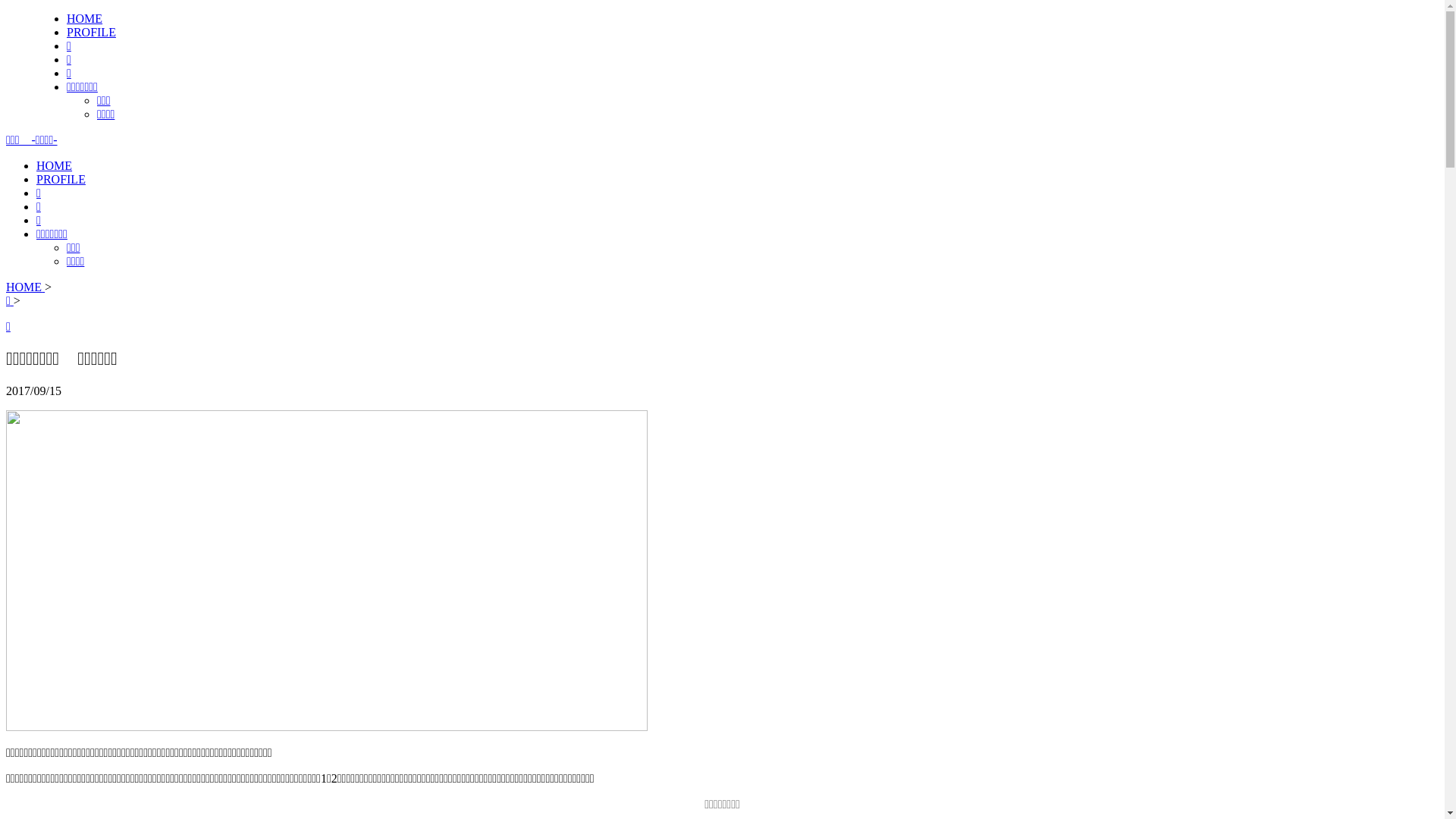  What do you see at coordinates (25, 287) in the screenshot?
I see `'HOME'` at bounding box center [25, 287].